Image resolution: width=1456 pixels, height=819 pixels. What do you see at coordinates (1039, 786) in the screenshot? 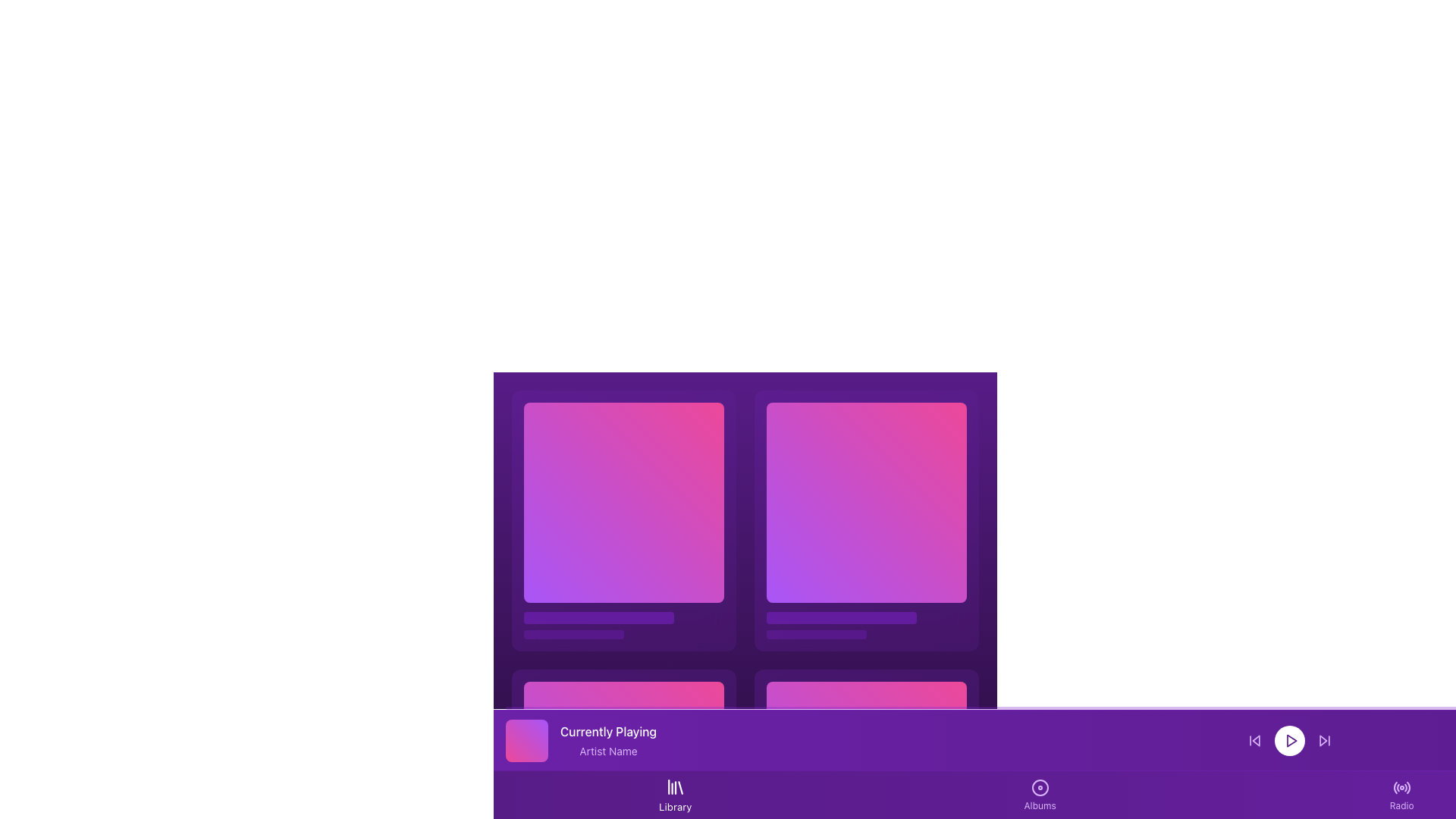
I see `the Circular decorative element that serves as a boundary for the 'Albums' icon located at the bottom navigation bar` at bounding box center [1039, 786].